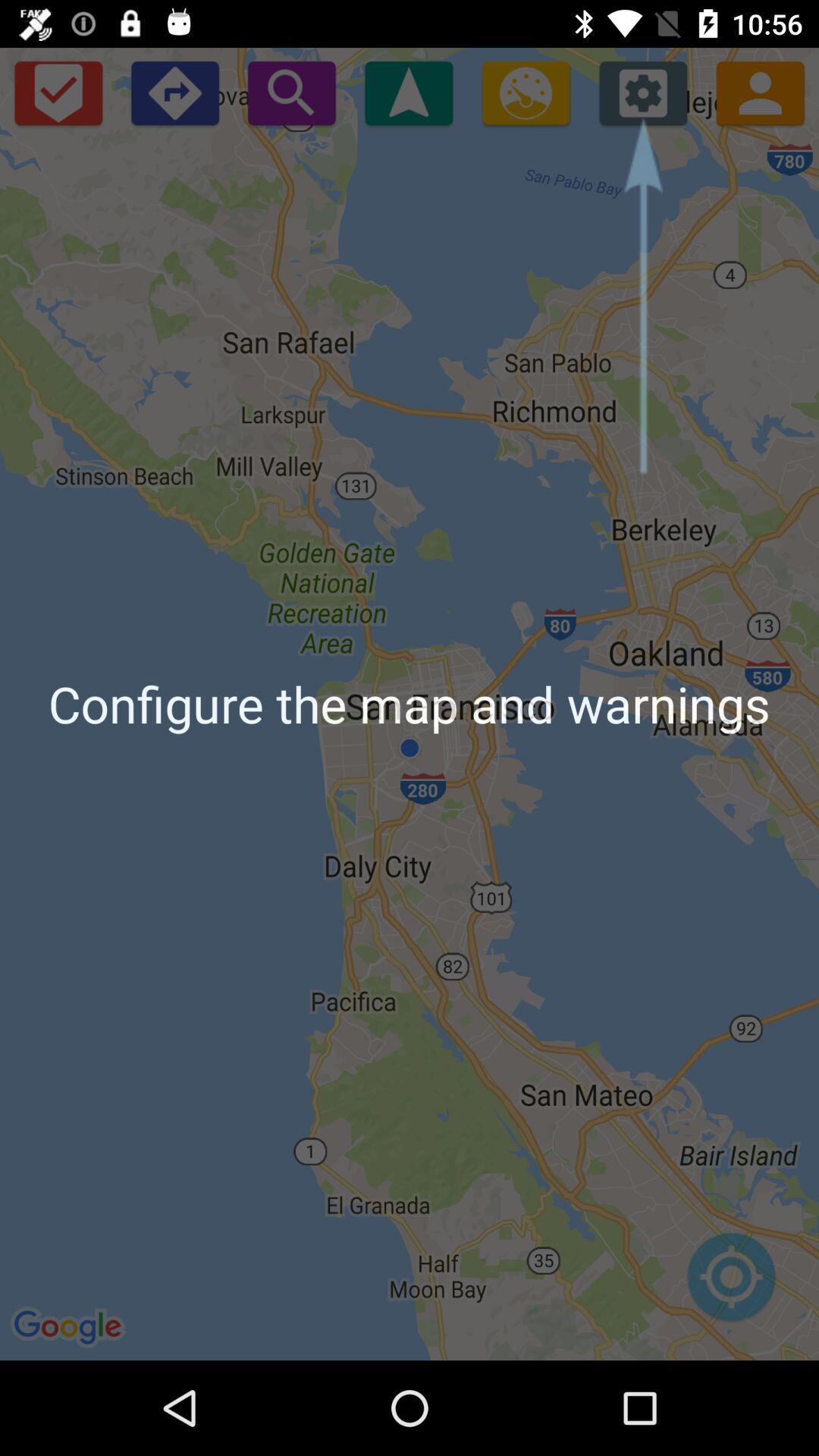  What do you see at coordinates (174, 92) in the screenshot?
I see `app above the configure the map icon` at bounding box center [174, 92].